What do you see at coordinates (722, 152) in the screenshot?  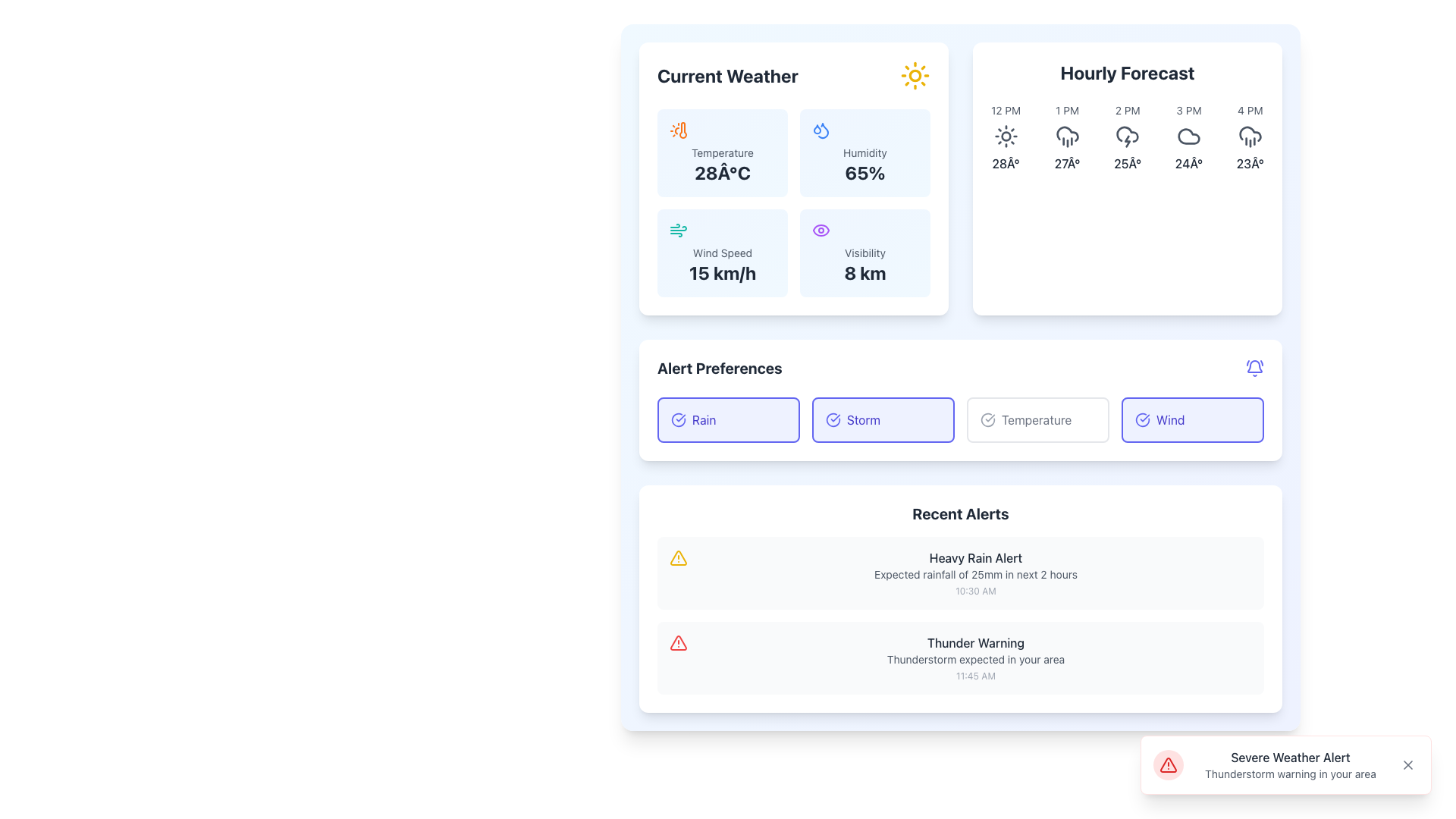 I see `the Information card displaying the current temperature, which is the first item in a 2x2 grid under the 'Current Weather' section` at bounding box center [722, 152].